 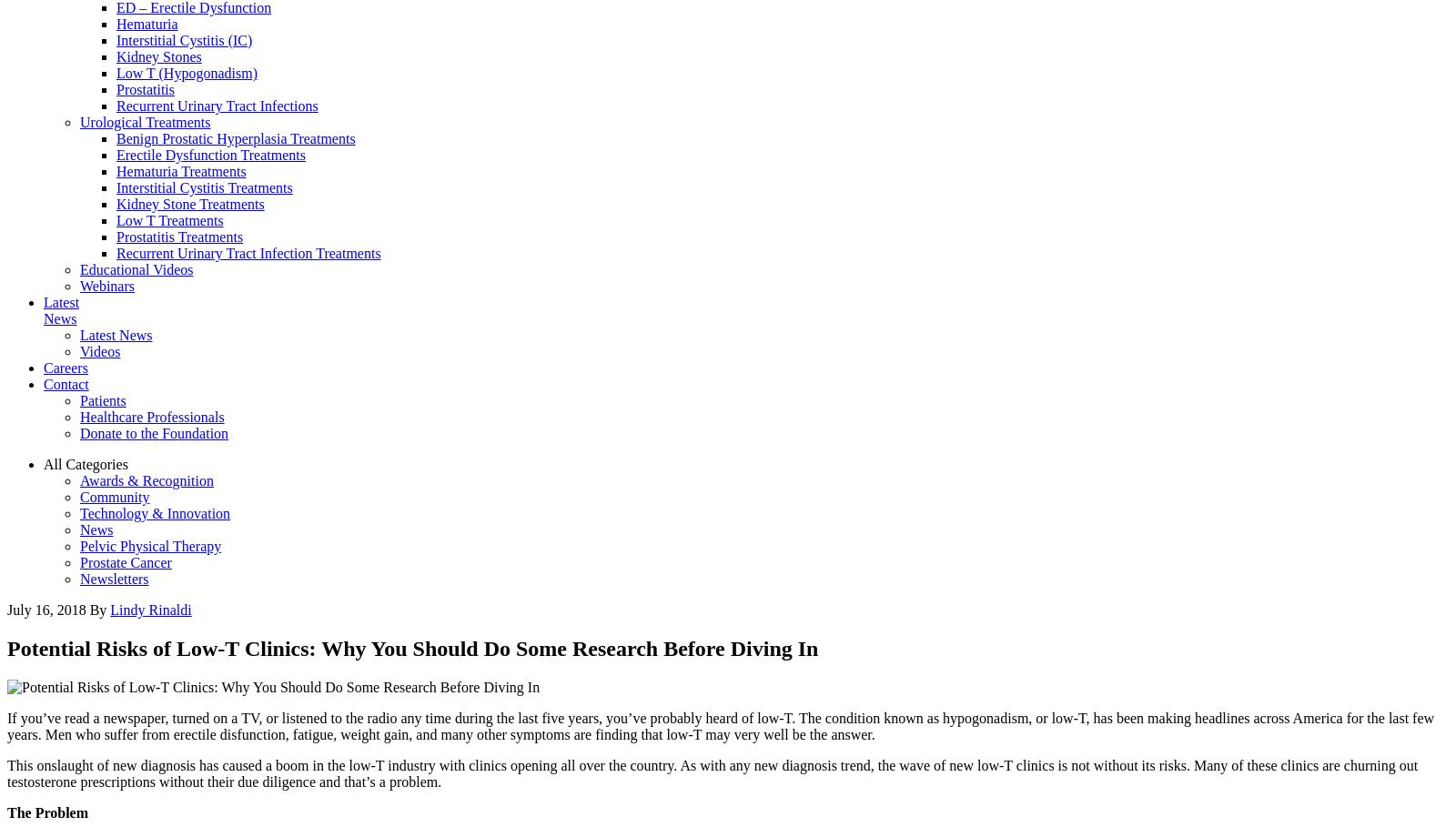 What do you see at coordinates (180, 171) in the screenshot?
I see `'Hematuria Treatments'` at bounding box center [180, 171].